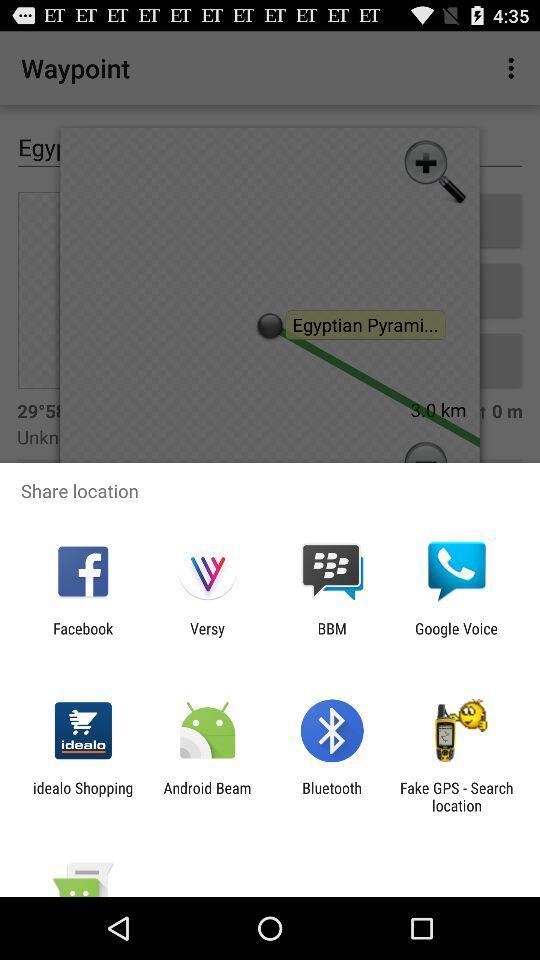  Describe the element at coordinates (206, 636) in the screenshot. I see `the app next to the bbm icon` at that location.